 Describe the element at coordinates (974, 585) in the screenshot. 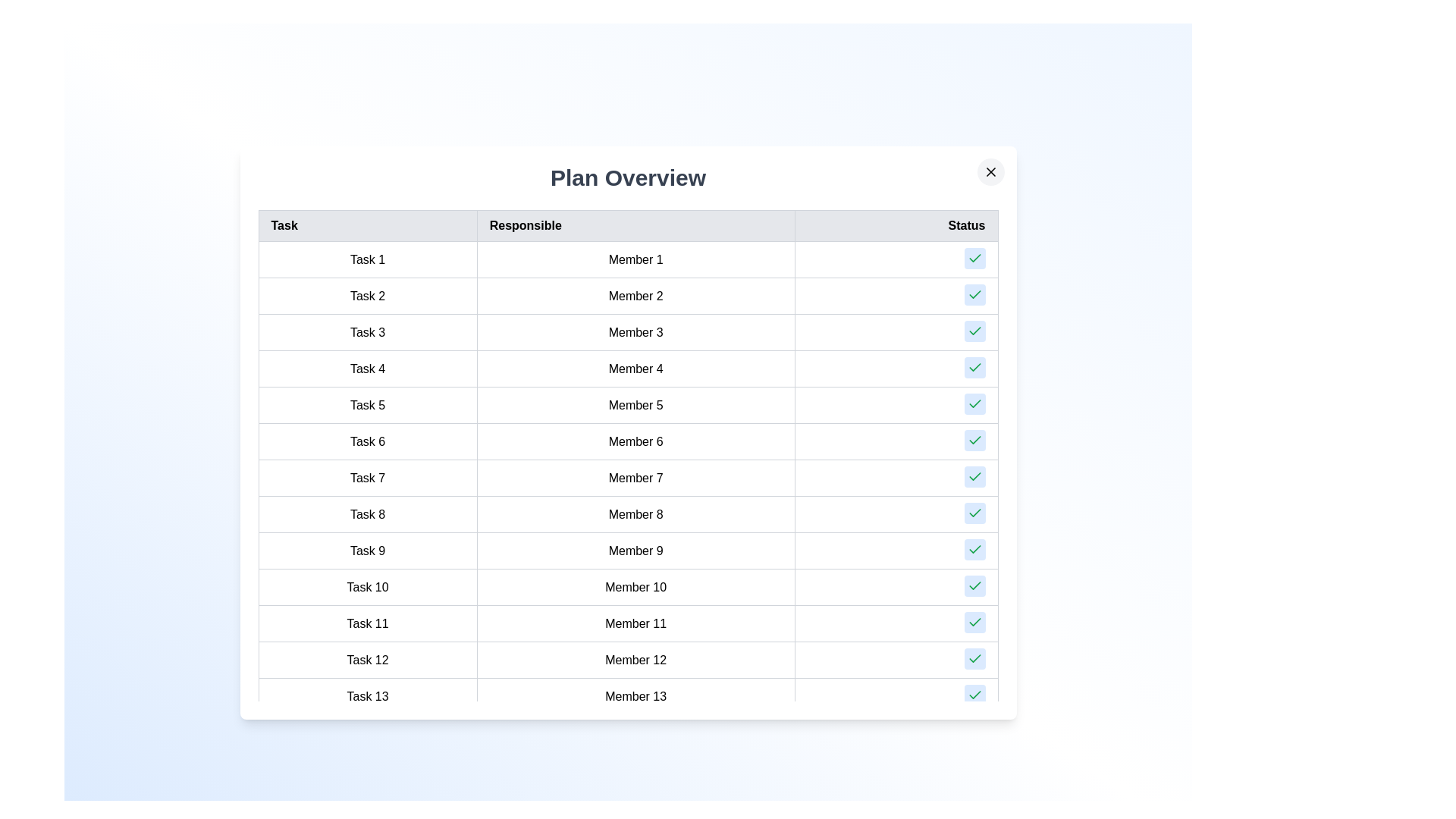

I see `the 'Check' button for task 10 to mark it as completed` at that location.